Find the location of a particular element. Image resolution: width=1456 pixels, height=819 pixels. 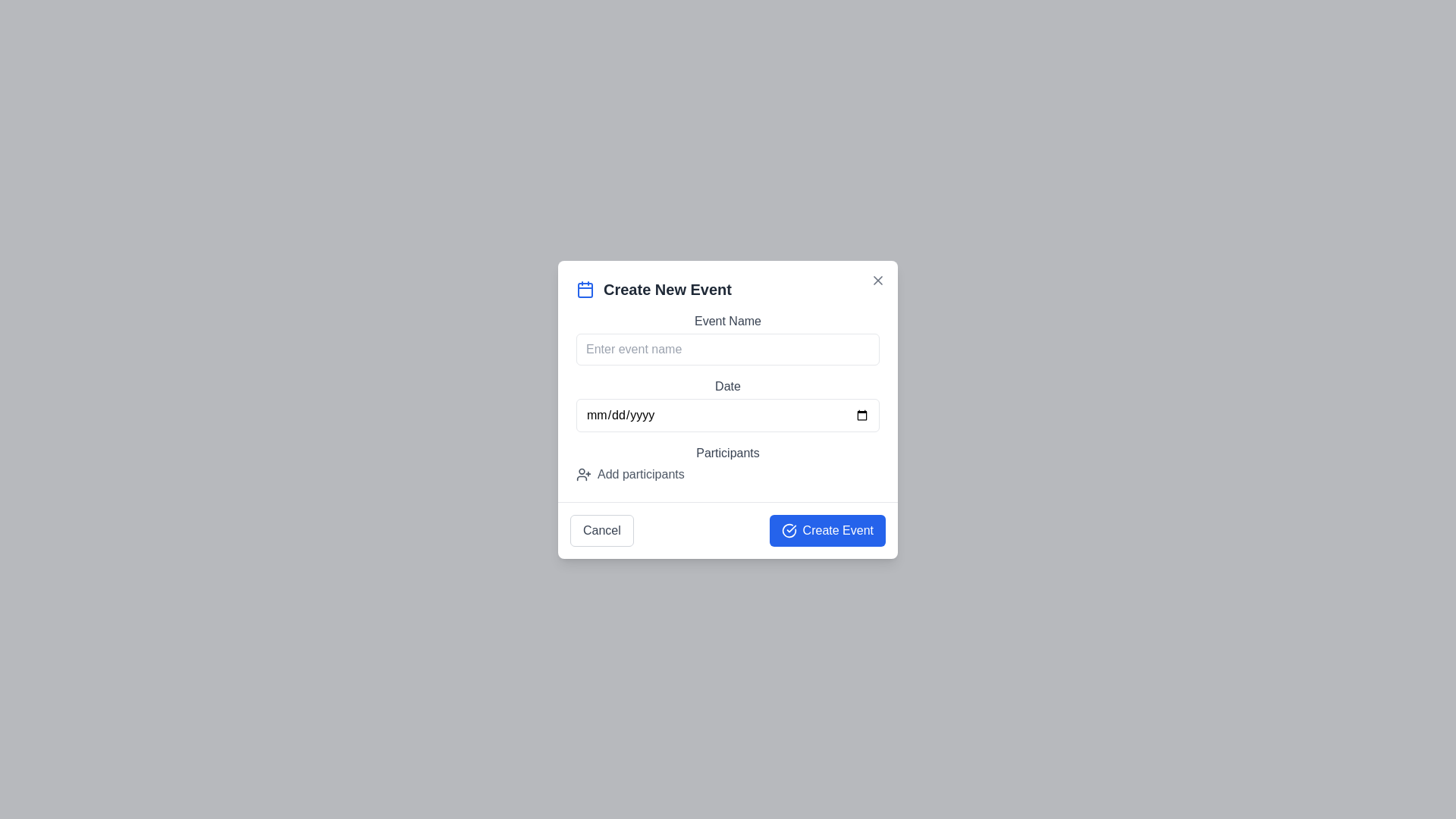

the 'Participants' label within the 'Create New Event' modal, which is styled in medium-weight gray font and positioned centrally below the 'Date' input field is located at coordinates (728, 452).